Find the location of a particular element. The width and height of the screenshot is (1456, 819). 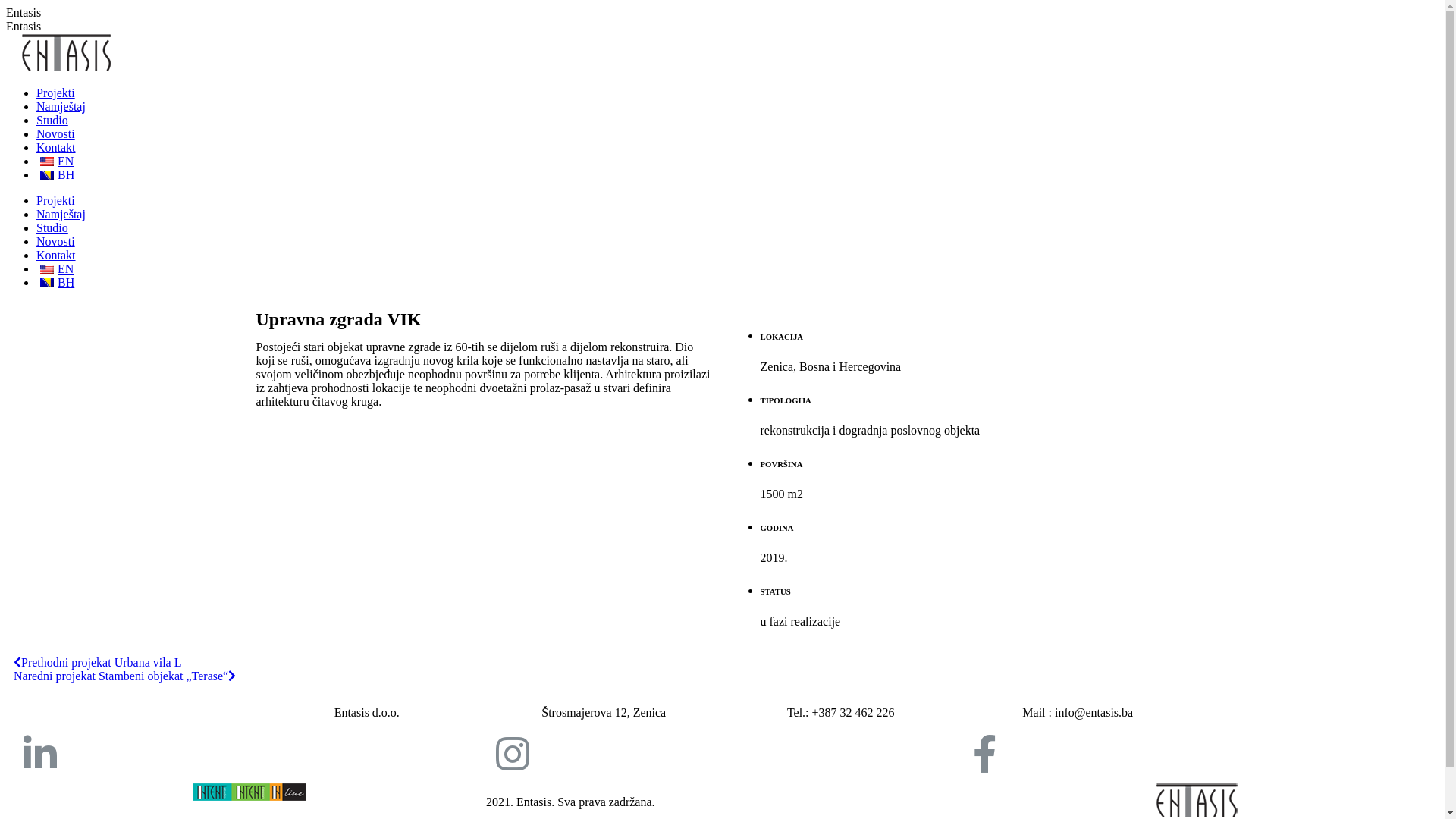

'Studio' is located at coordinates (36, 119).